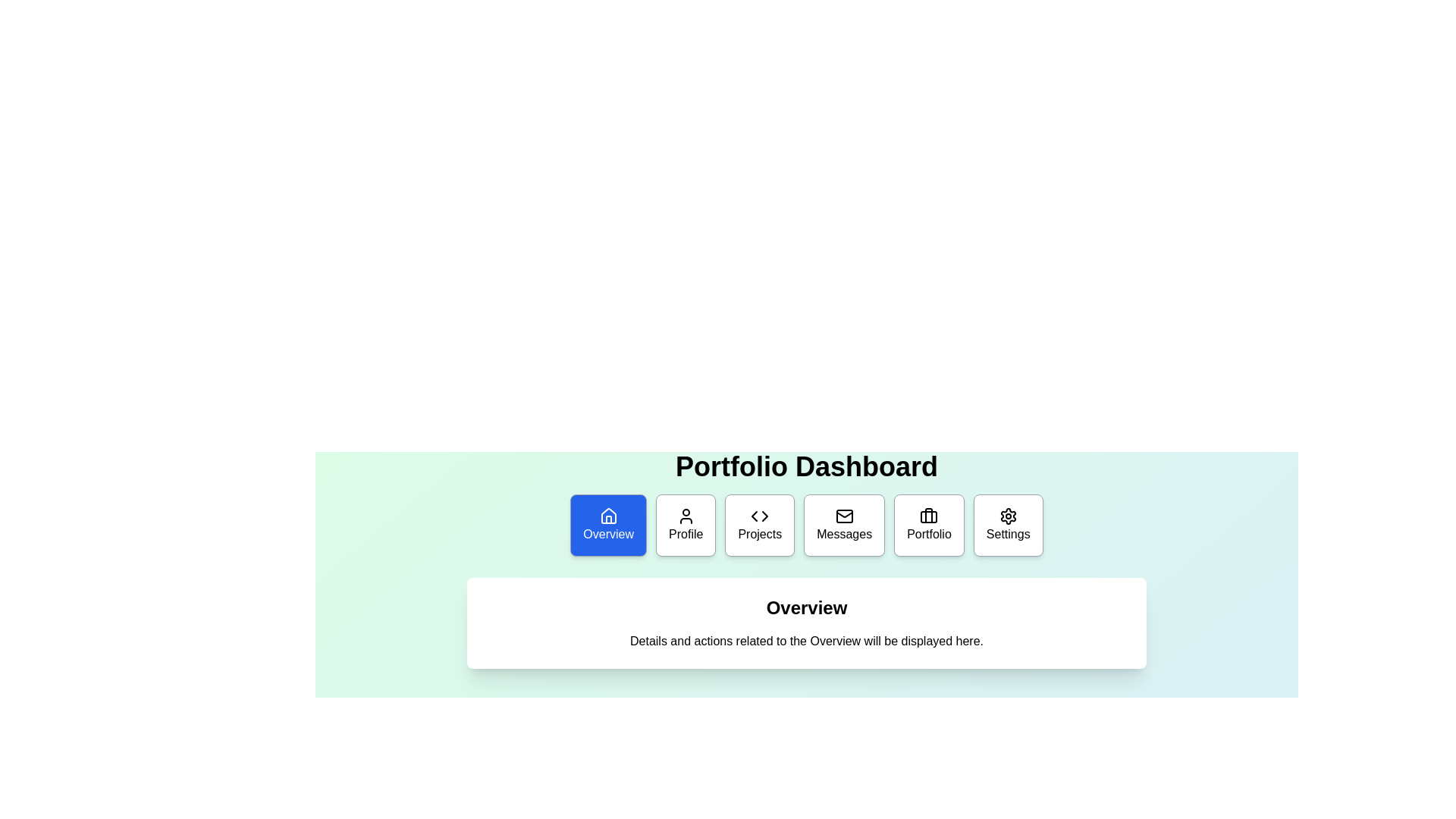  What do you see at coordinates (843, 516) in the screenshot?
I see `the messaging icon located within the 'Messages' card in the dashboard menu, which is the fourth item from the left in the top navigation bar` at bounding box center [843, 516].